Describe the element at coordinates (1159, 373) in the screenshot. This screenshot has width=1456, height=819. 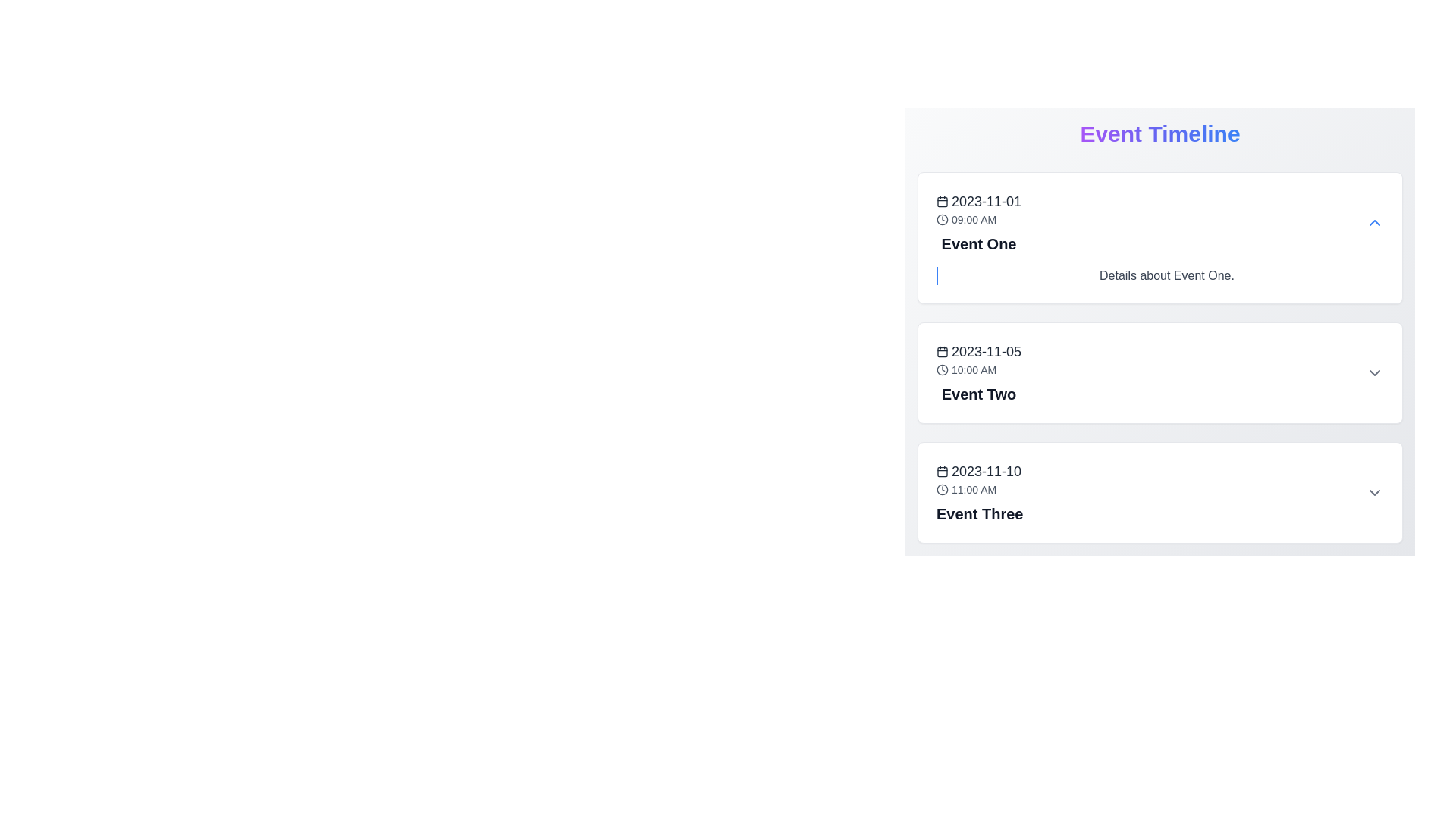
I see `the event card titled 'Event Two' dated '2023-11-05 10:00 AM'` at that location.